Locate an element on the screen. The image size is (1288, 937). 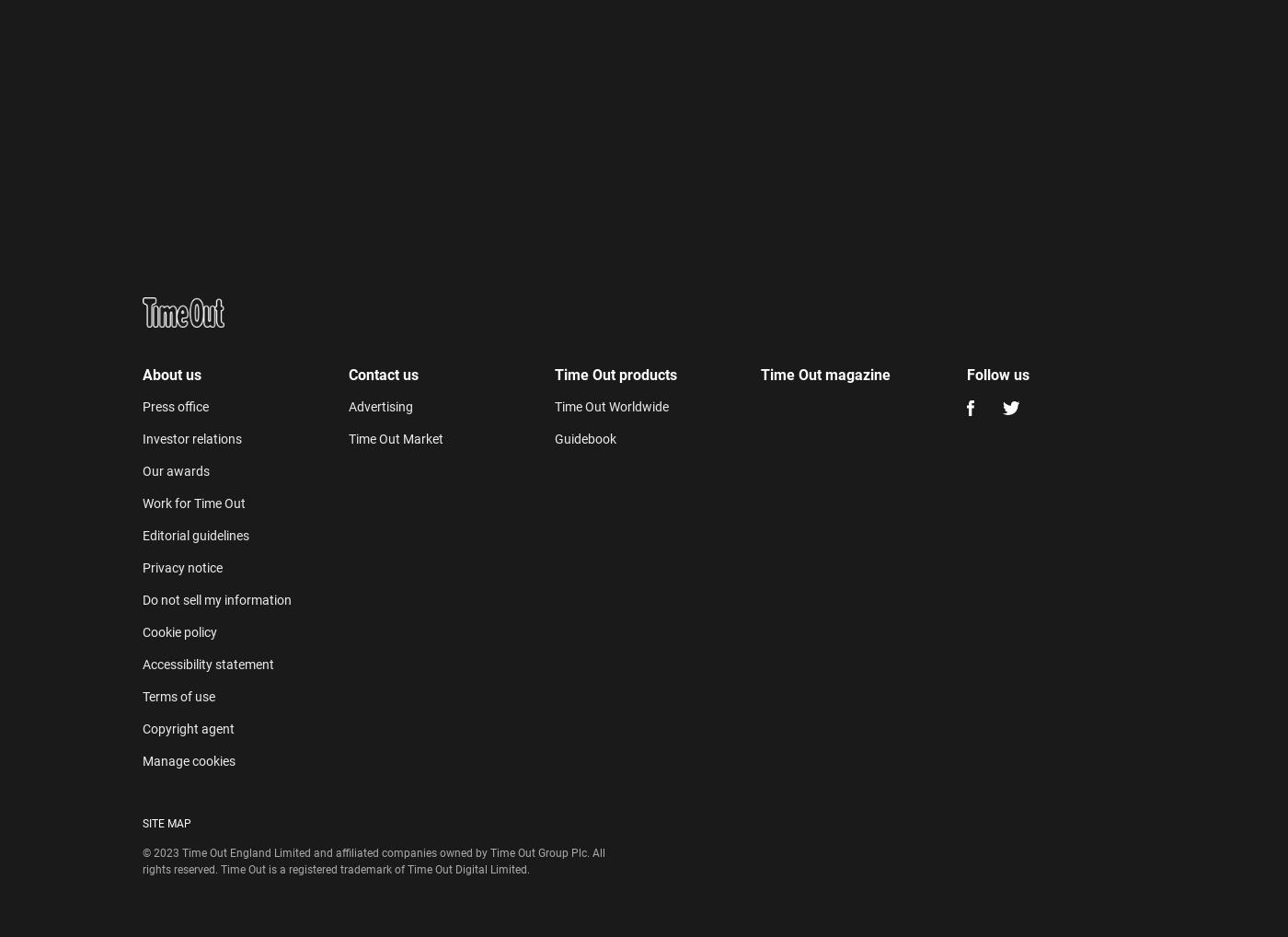
'Do not sell my information' is located at coordinates (142, 599).